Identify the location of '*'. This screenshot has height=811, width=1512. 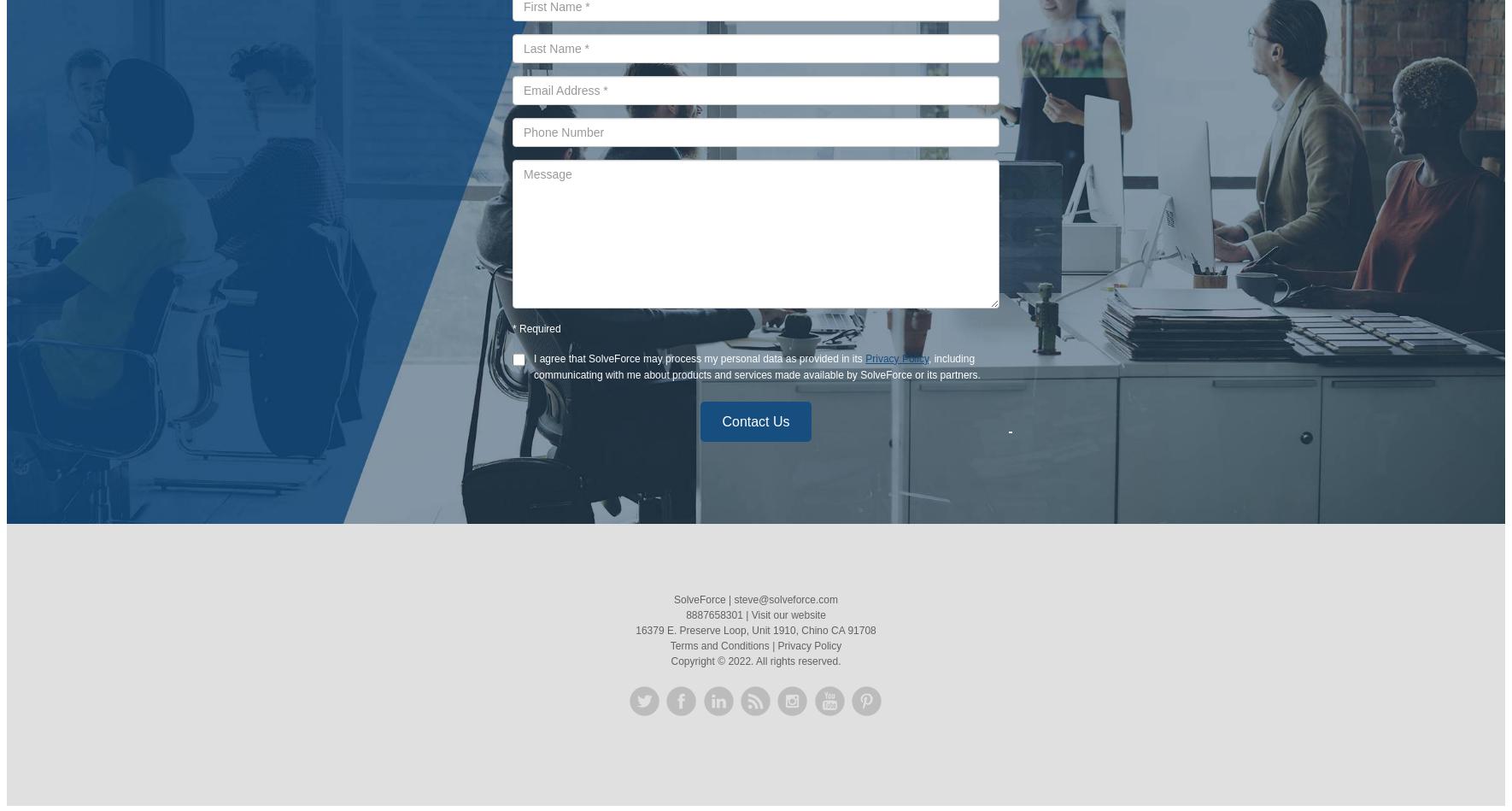
(513, 329).